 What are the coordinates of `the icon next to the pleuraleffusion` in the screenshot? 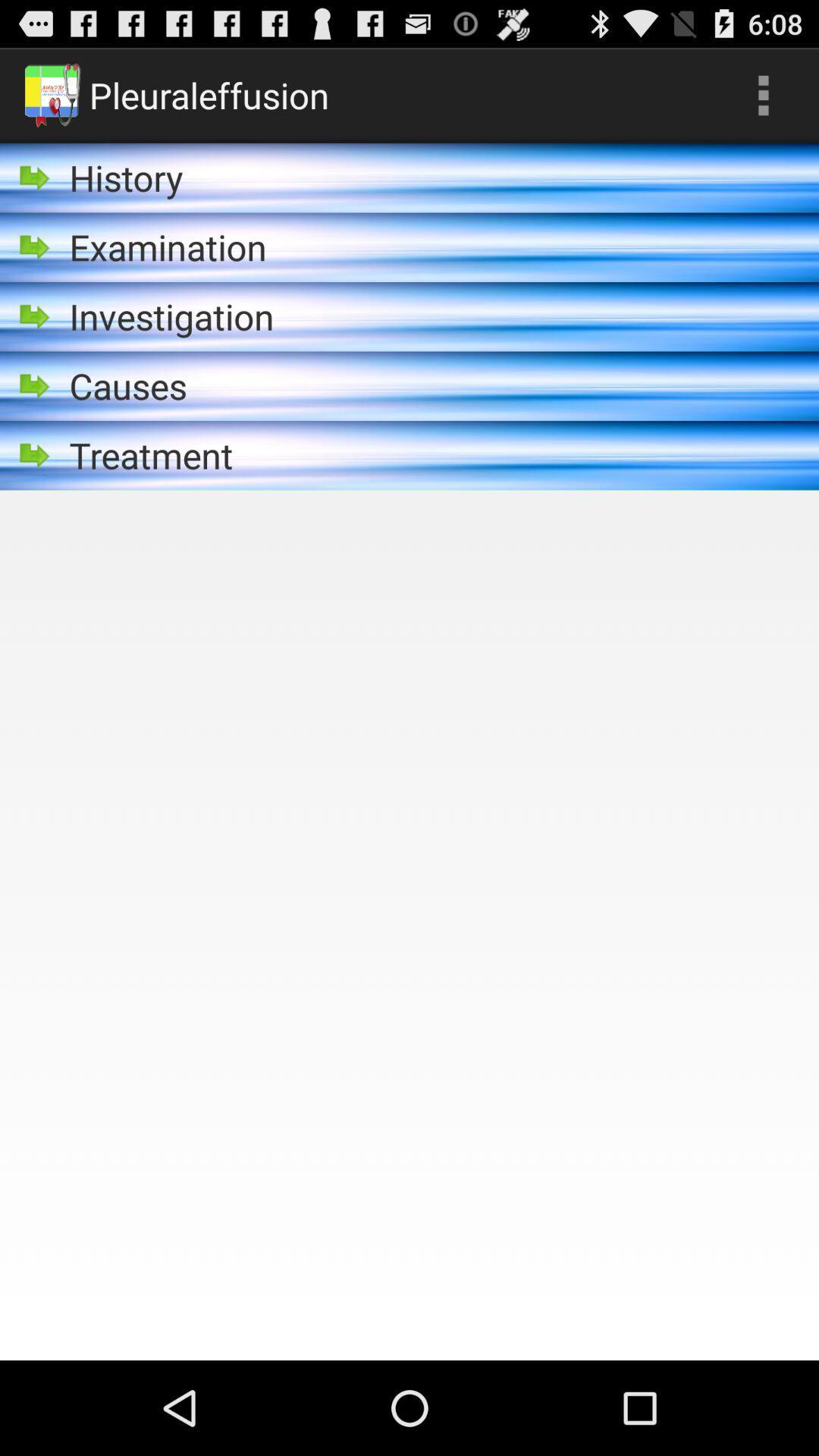 It's located at (763, 94).